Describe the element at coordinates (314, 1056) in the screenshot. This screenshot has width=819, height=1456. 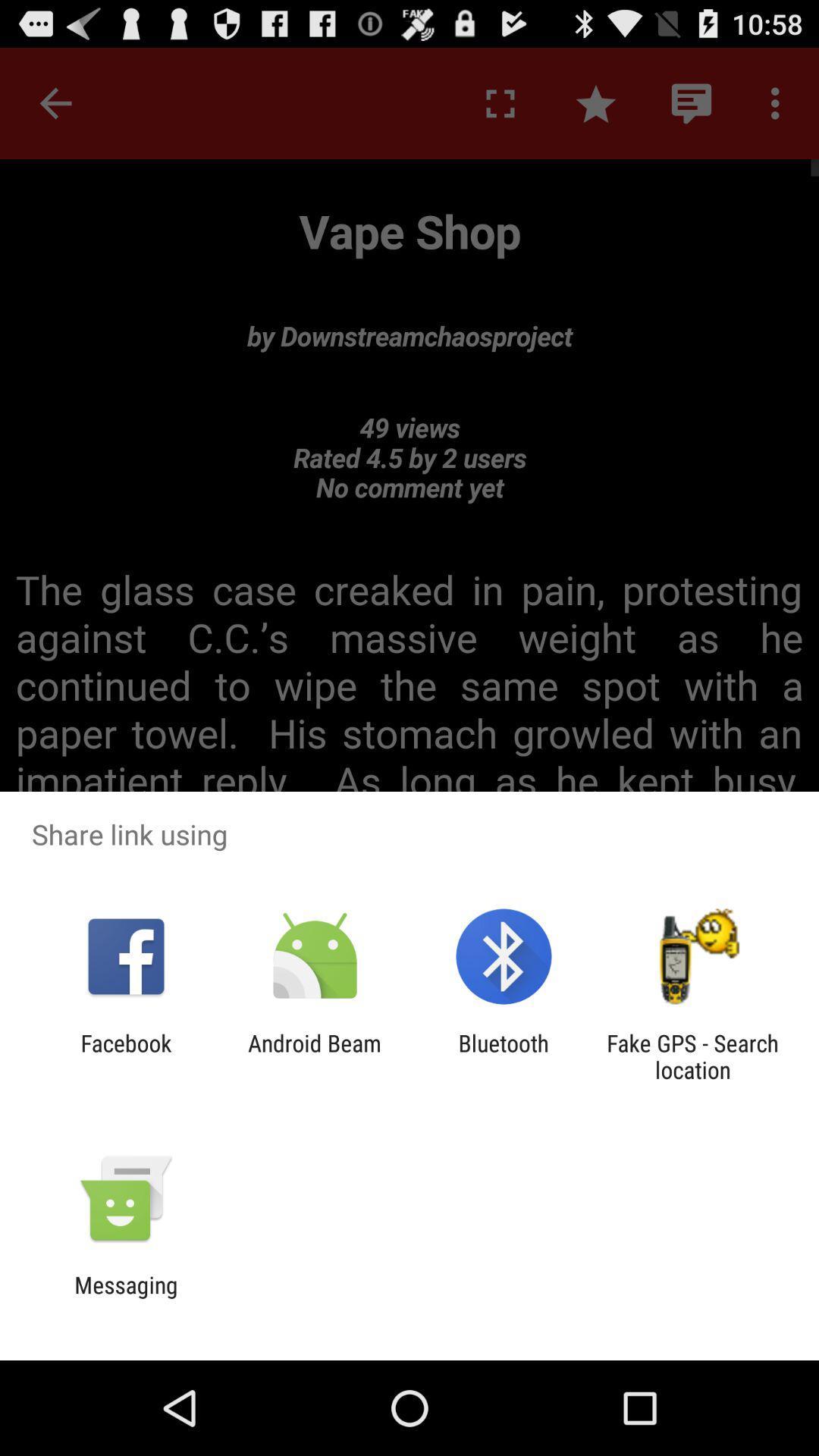
I see `the app next to facebook item` at that location.